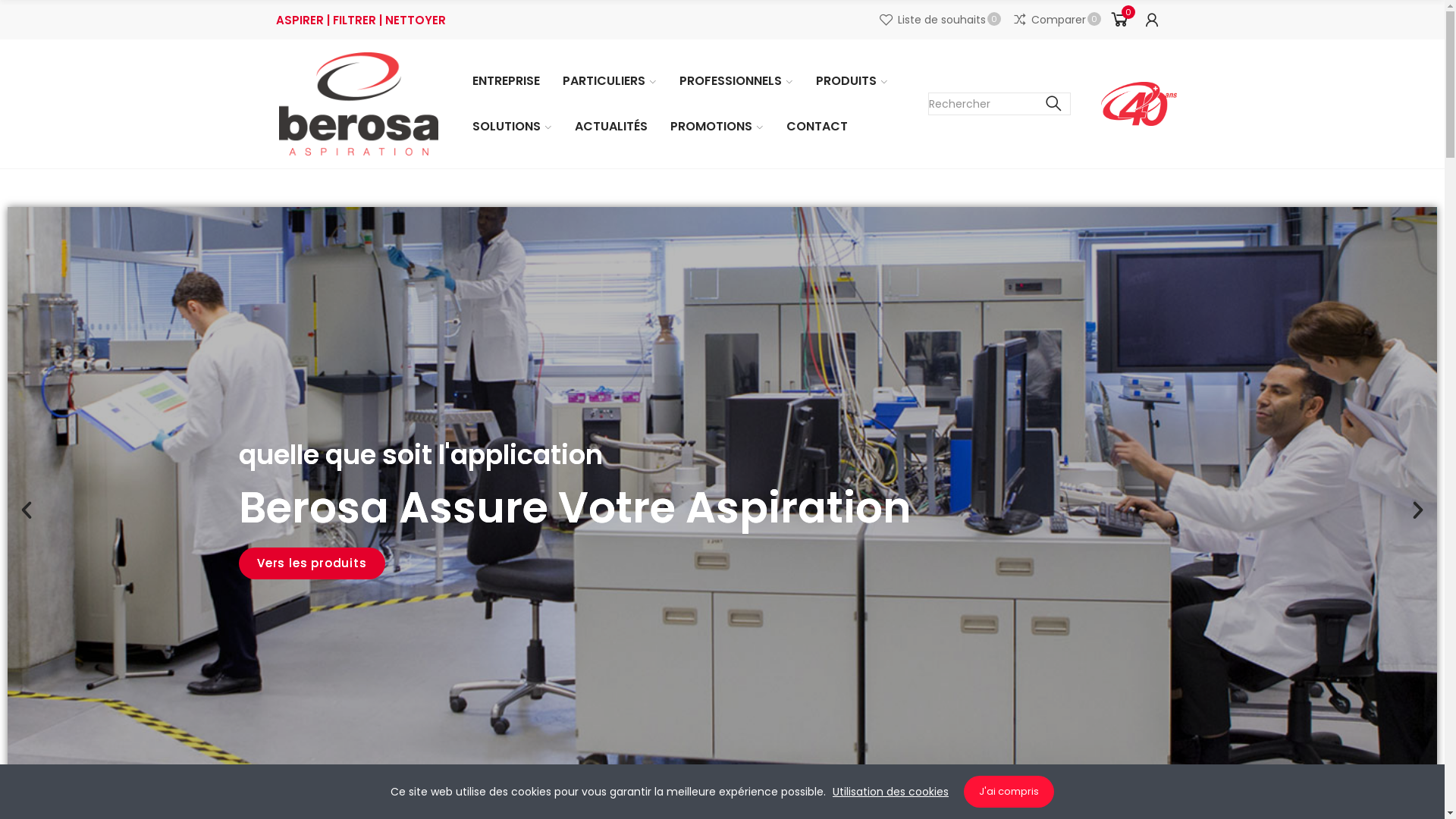 The image size is (1456, 819). I want to click on 'Mon compte', so click(1151, 20).